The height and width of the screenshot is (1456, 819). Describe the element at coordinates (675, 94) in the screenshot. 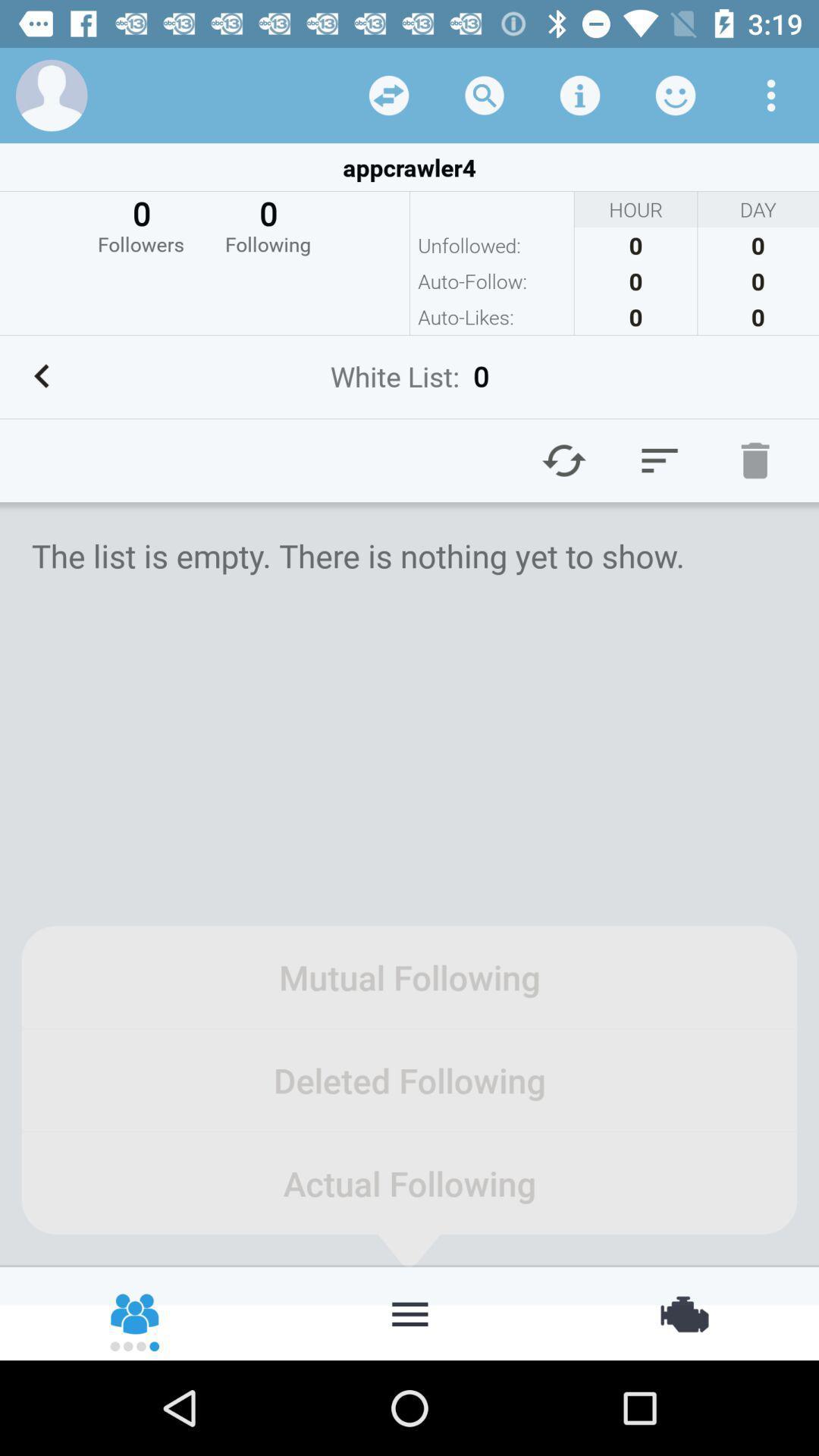

I see `the button which is next to the information` at that location.